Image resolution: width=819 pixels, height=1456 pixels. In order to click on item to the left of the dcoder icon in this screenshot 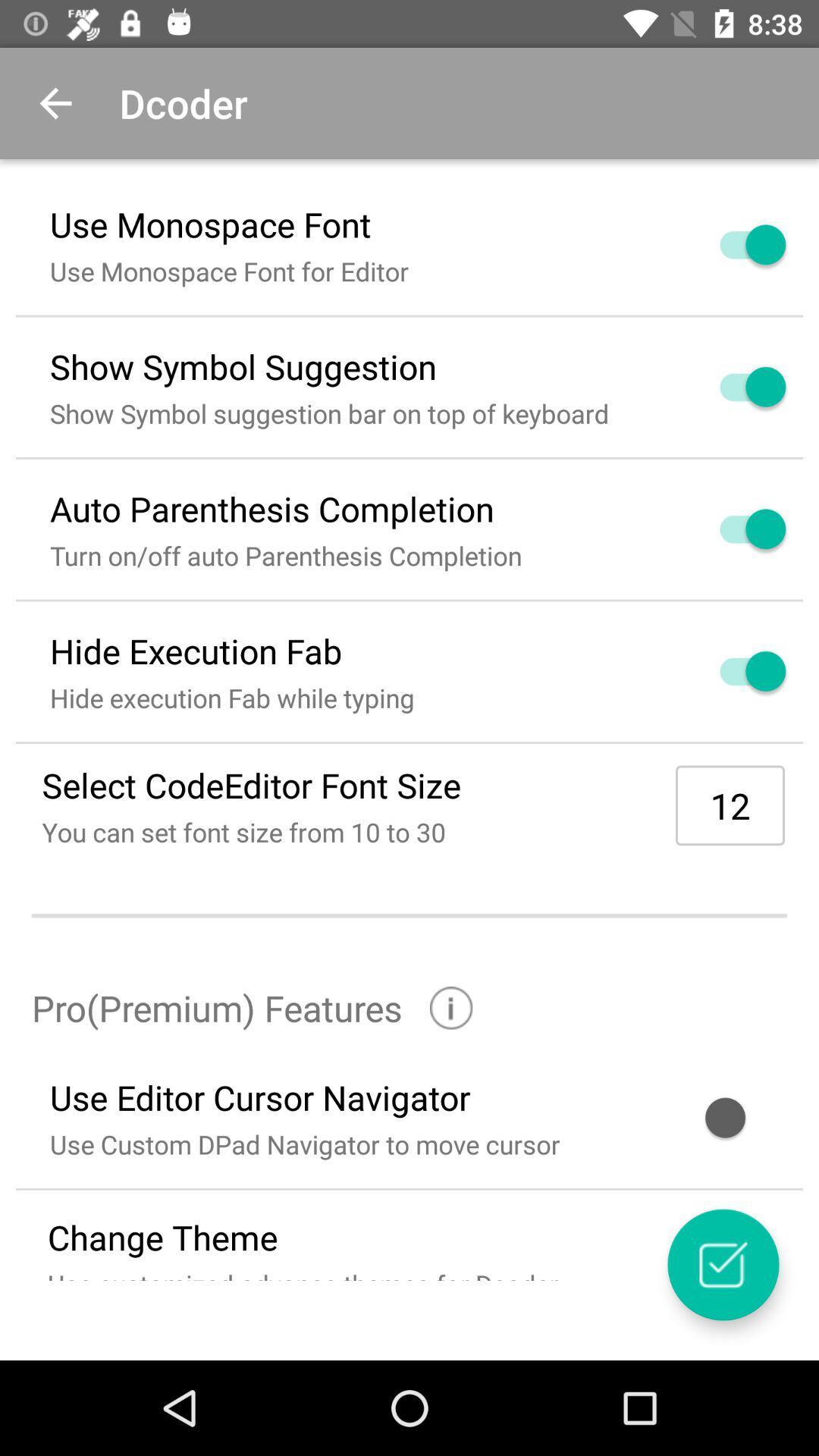, I will do `click(55, 102)`.